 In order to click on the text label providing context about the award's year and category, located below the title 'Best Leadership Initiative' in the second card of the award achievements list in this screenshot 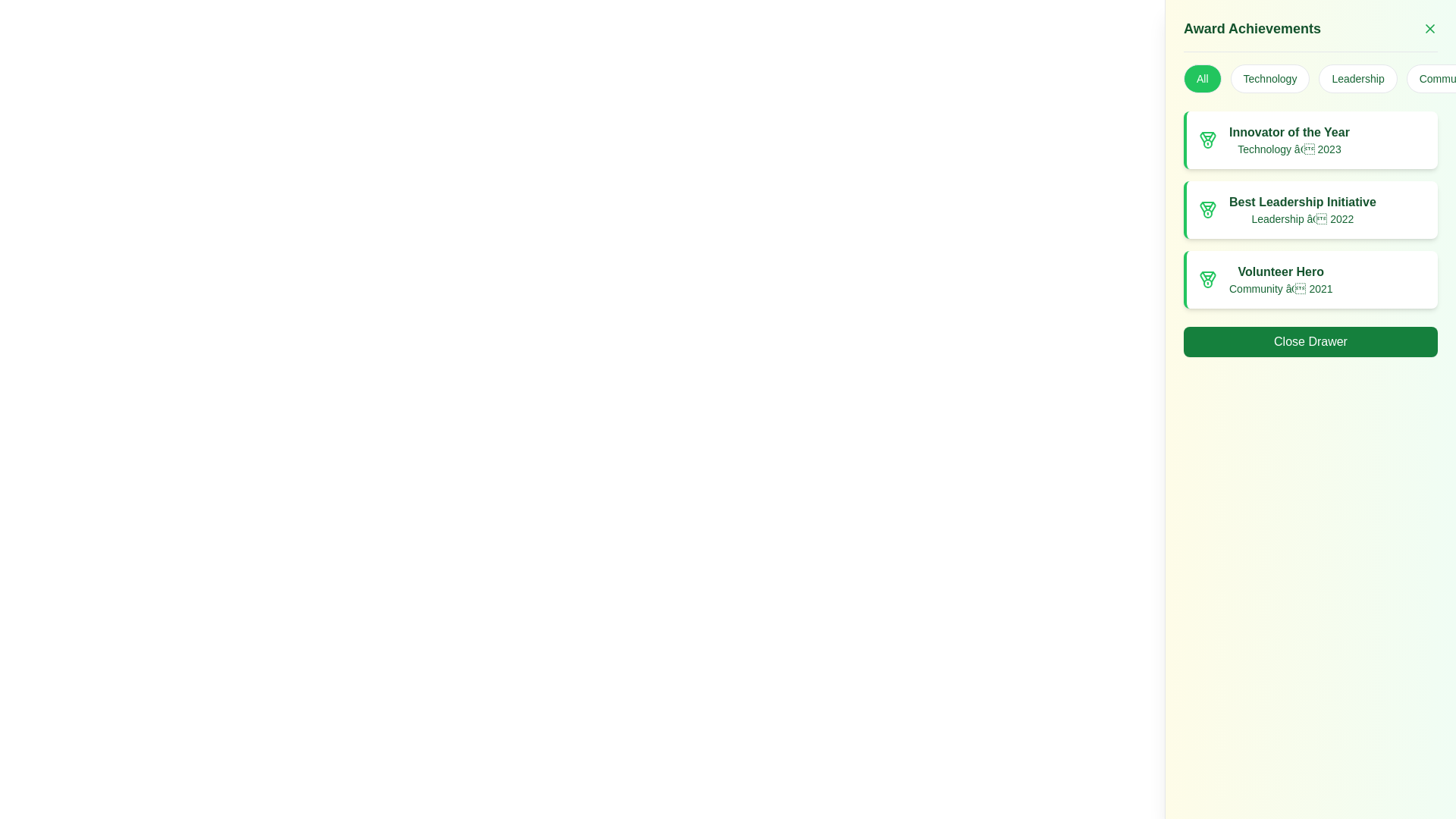, I will do `click(1302, 219)`.